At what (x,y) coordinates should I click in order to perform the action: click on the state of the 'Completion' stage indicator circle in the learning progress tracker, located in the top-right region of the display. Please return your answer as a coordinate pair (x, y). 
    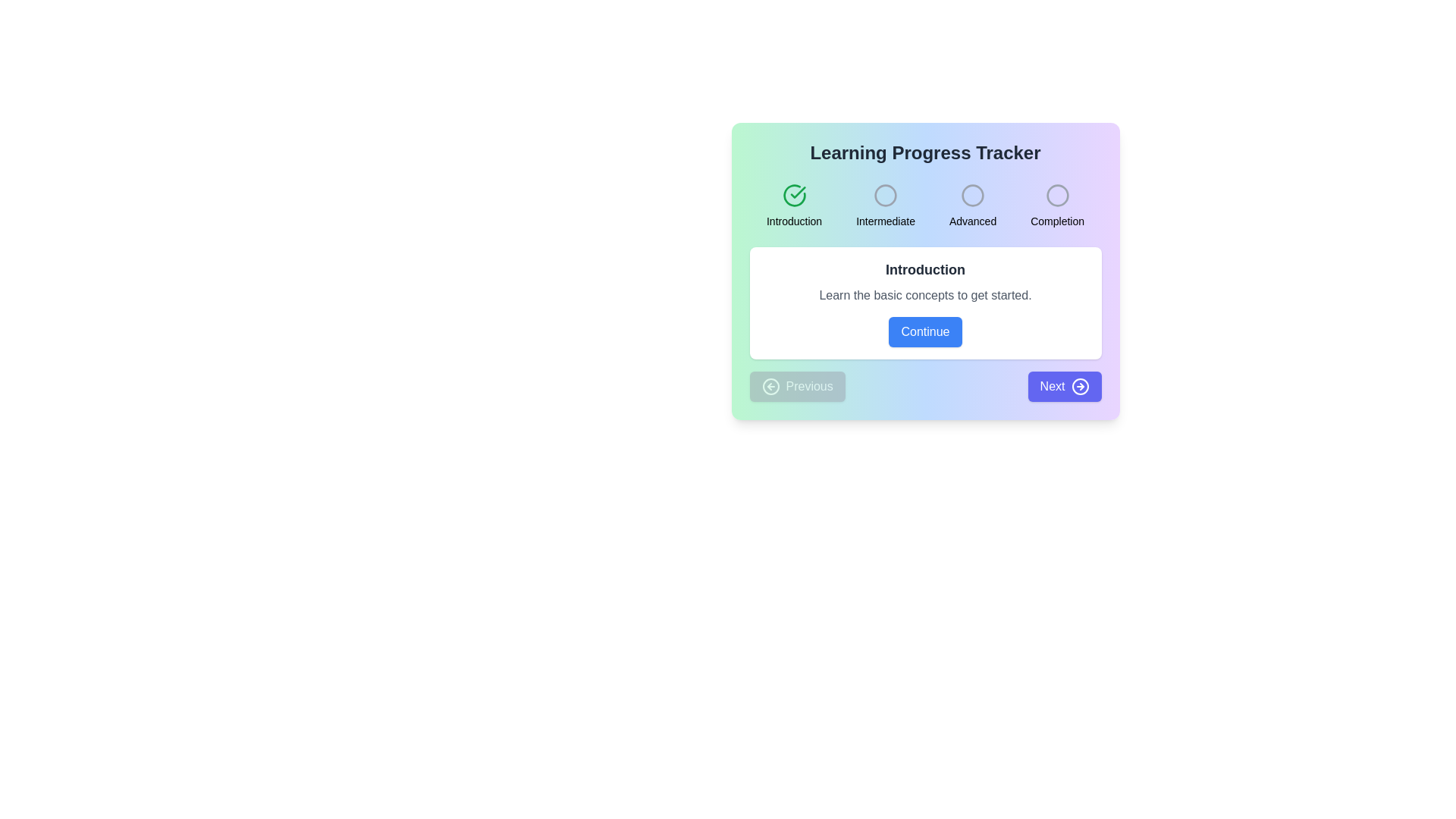
    Looking at the image, I should click on (1056, 195).